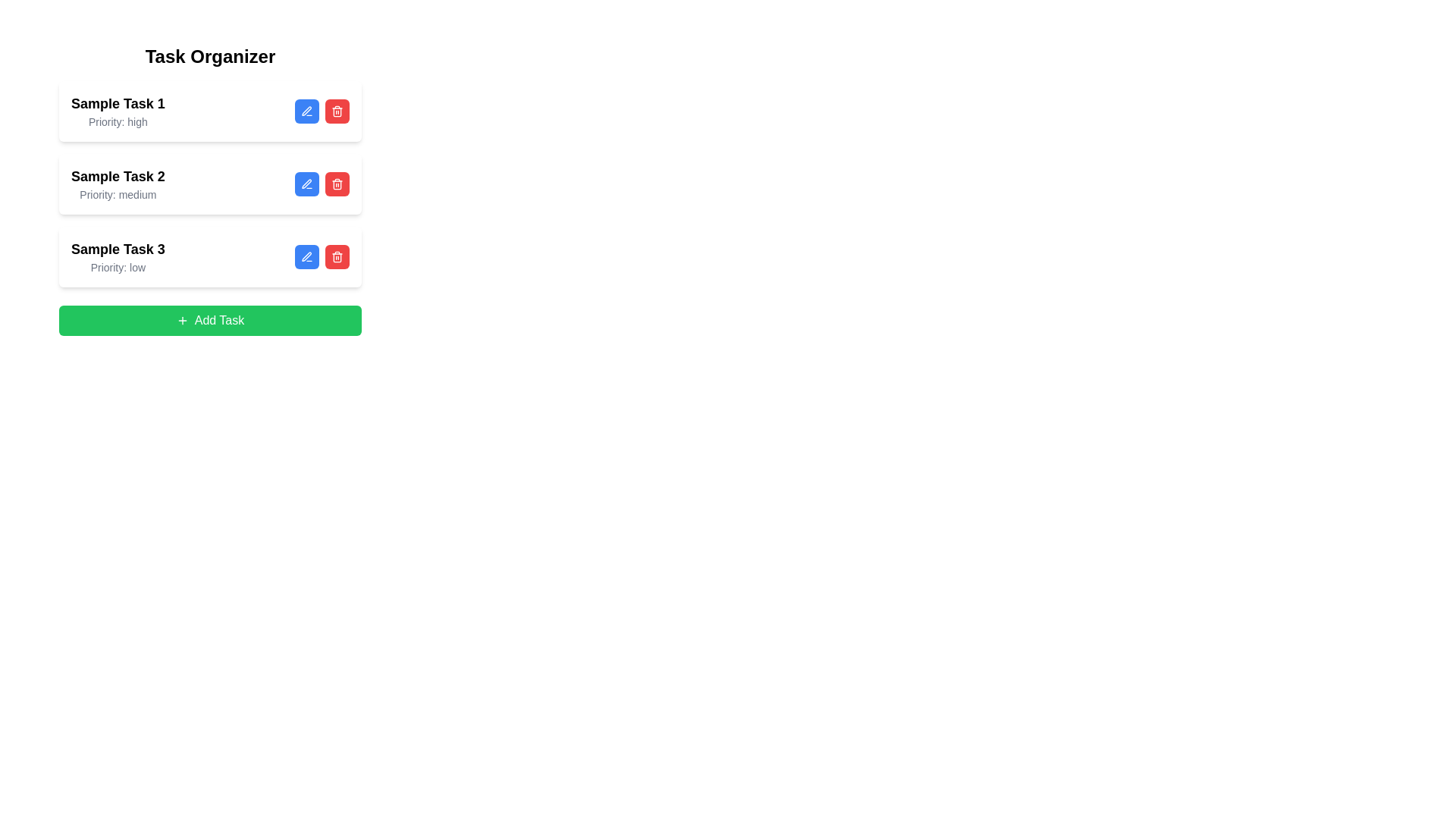 The width and height of the screenshot is (1456, 819). I want to click on the delete icon, which is the second button in the row of action buttons to the right of the 'Sample Task 2' task card, so click(337, 256).